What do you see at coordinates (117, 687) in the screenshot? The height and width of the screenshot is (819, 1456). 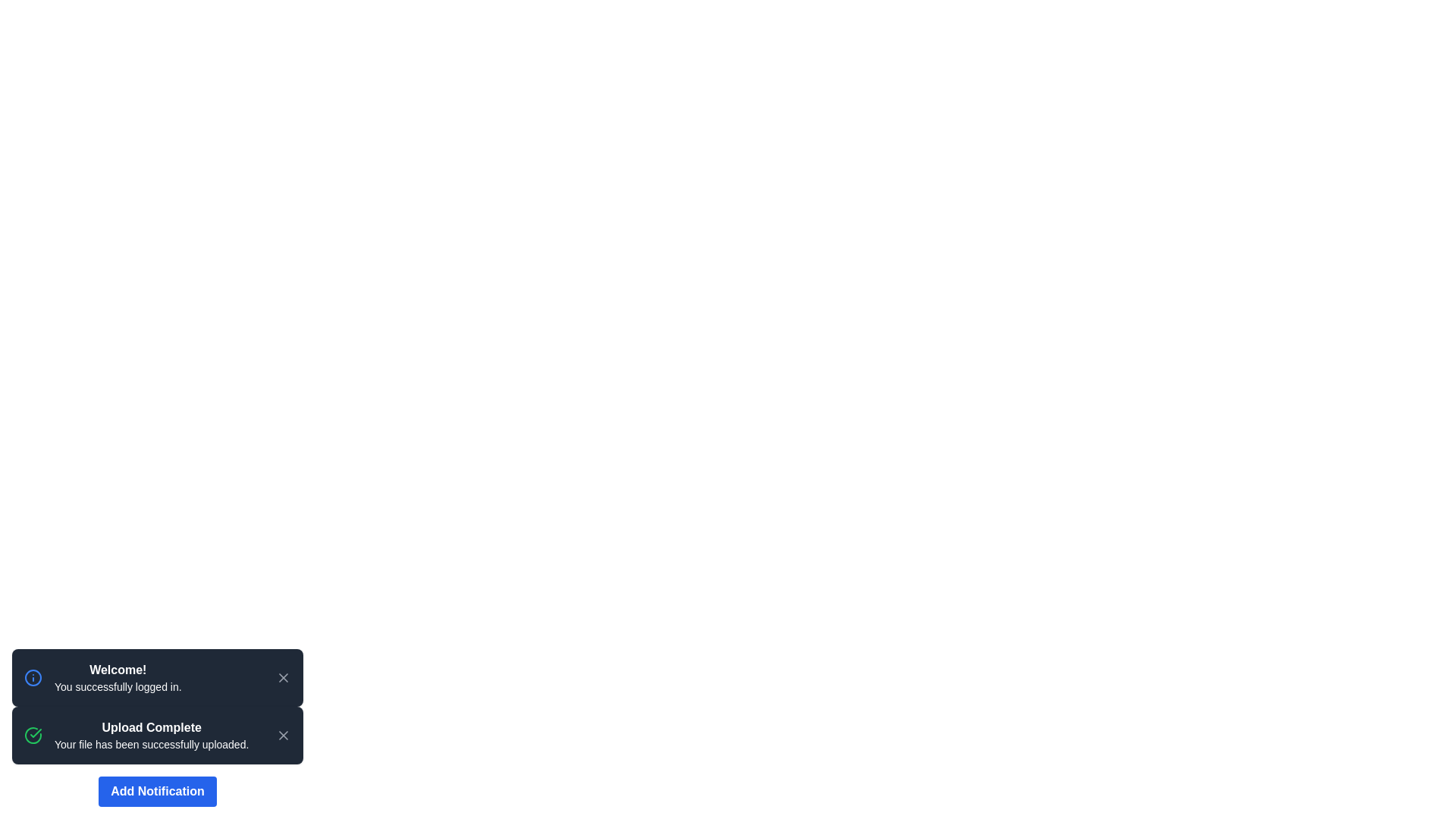 I see `confirmation message text indicating a successful login attempt, which is located directly beneath the 'Welcome!' text in the notification card` at bounding box center [117, 687].